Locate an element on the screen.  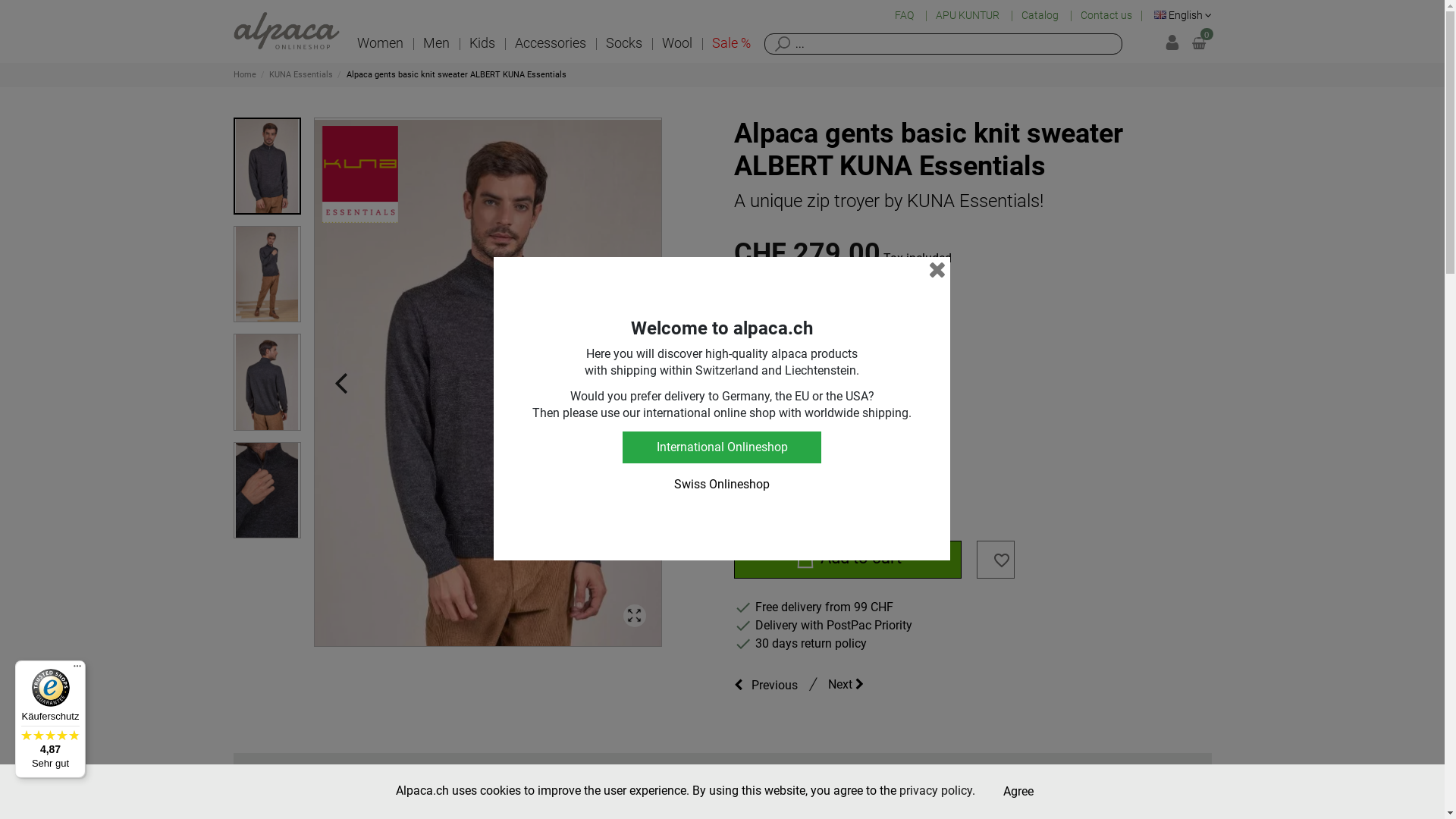
'APU KUNTUR' is located at coordinates (968, 15).